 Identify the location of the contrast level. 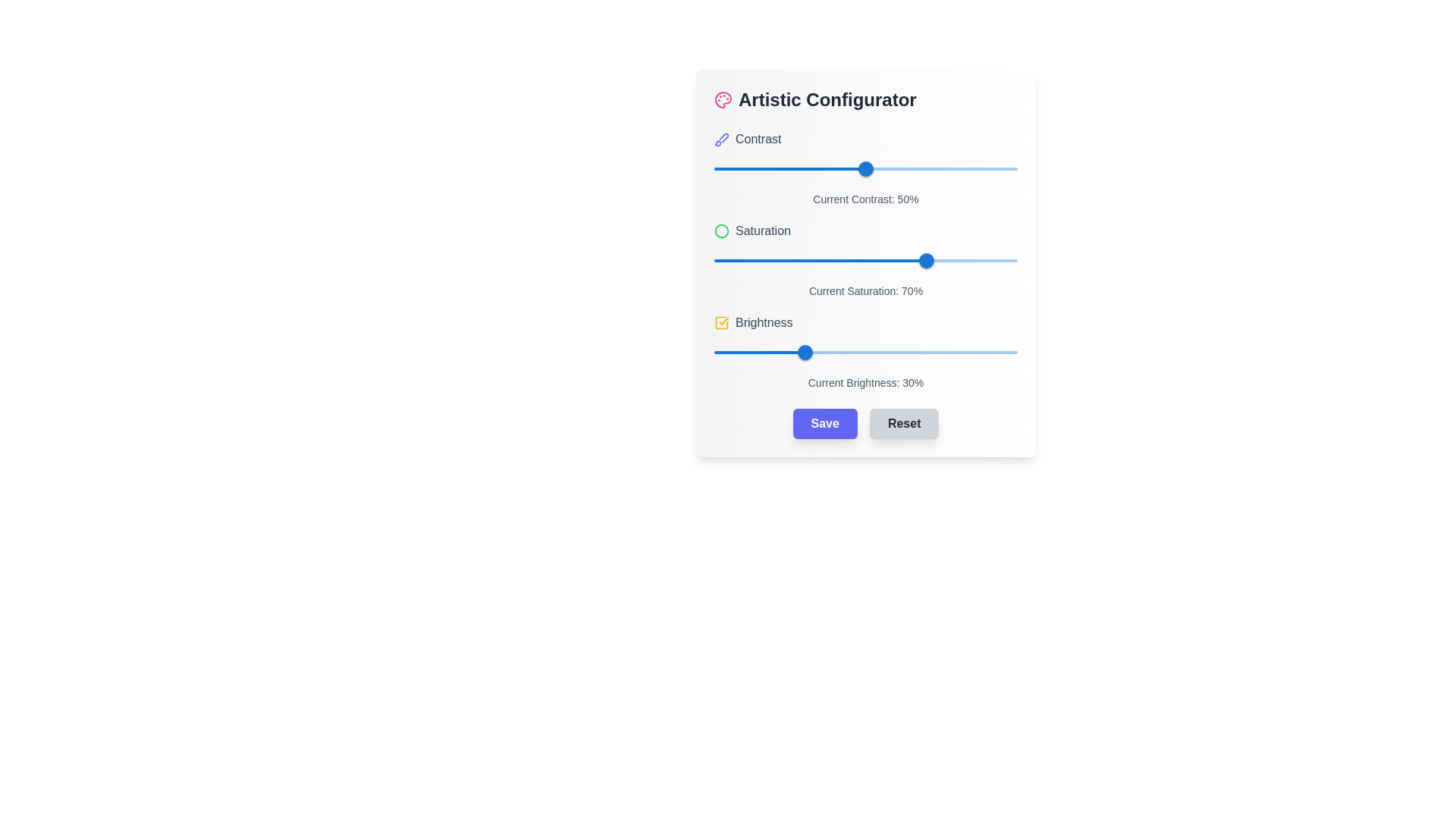
(745, 169).